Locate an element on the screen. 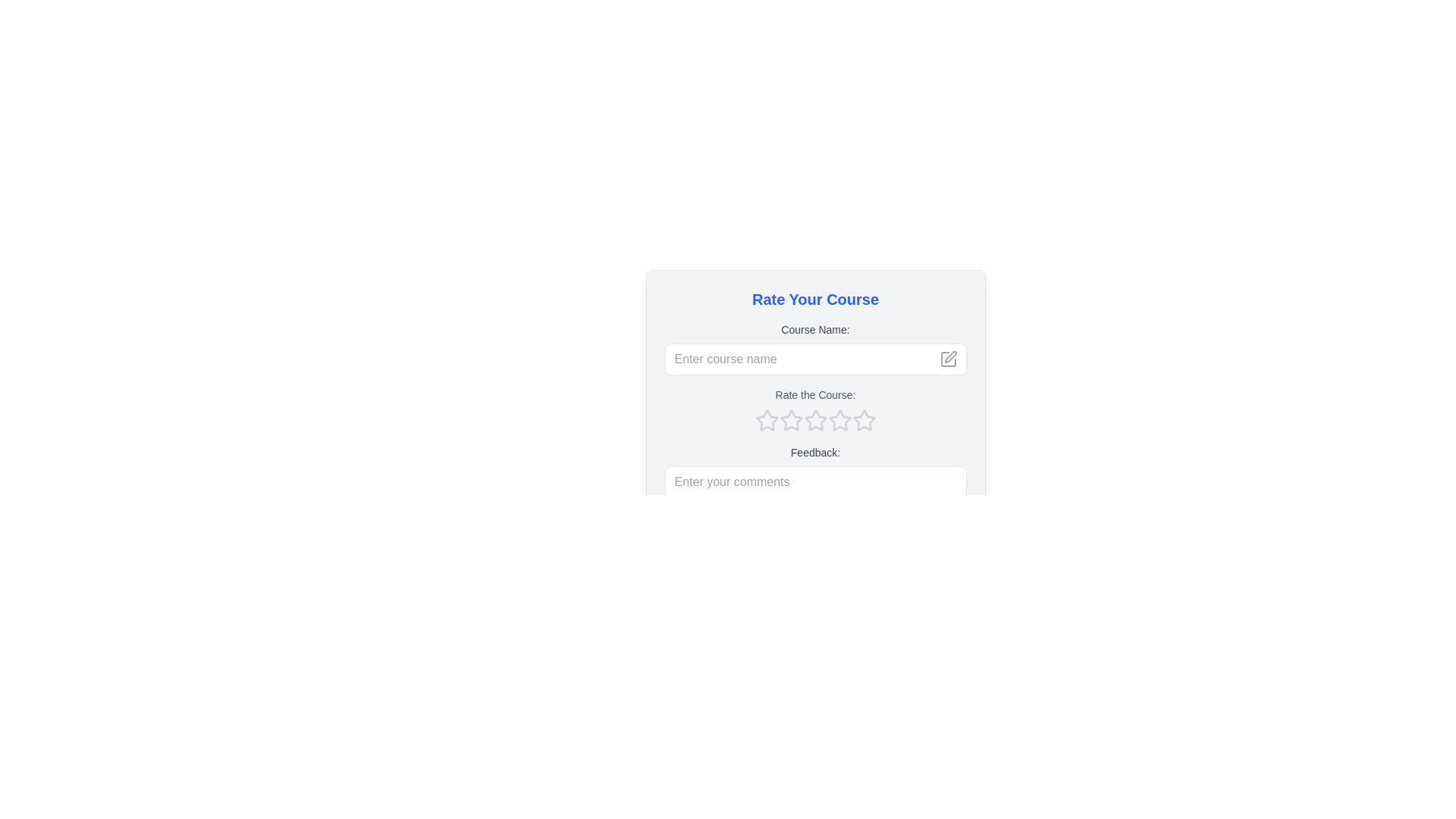  over the row of five outlined star icons in the Rating component is located at coordinates (814, 421).